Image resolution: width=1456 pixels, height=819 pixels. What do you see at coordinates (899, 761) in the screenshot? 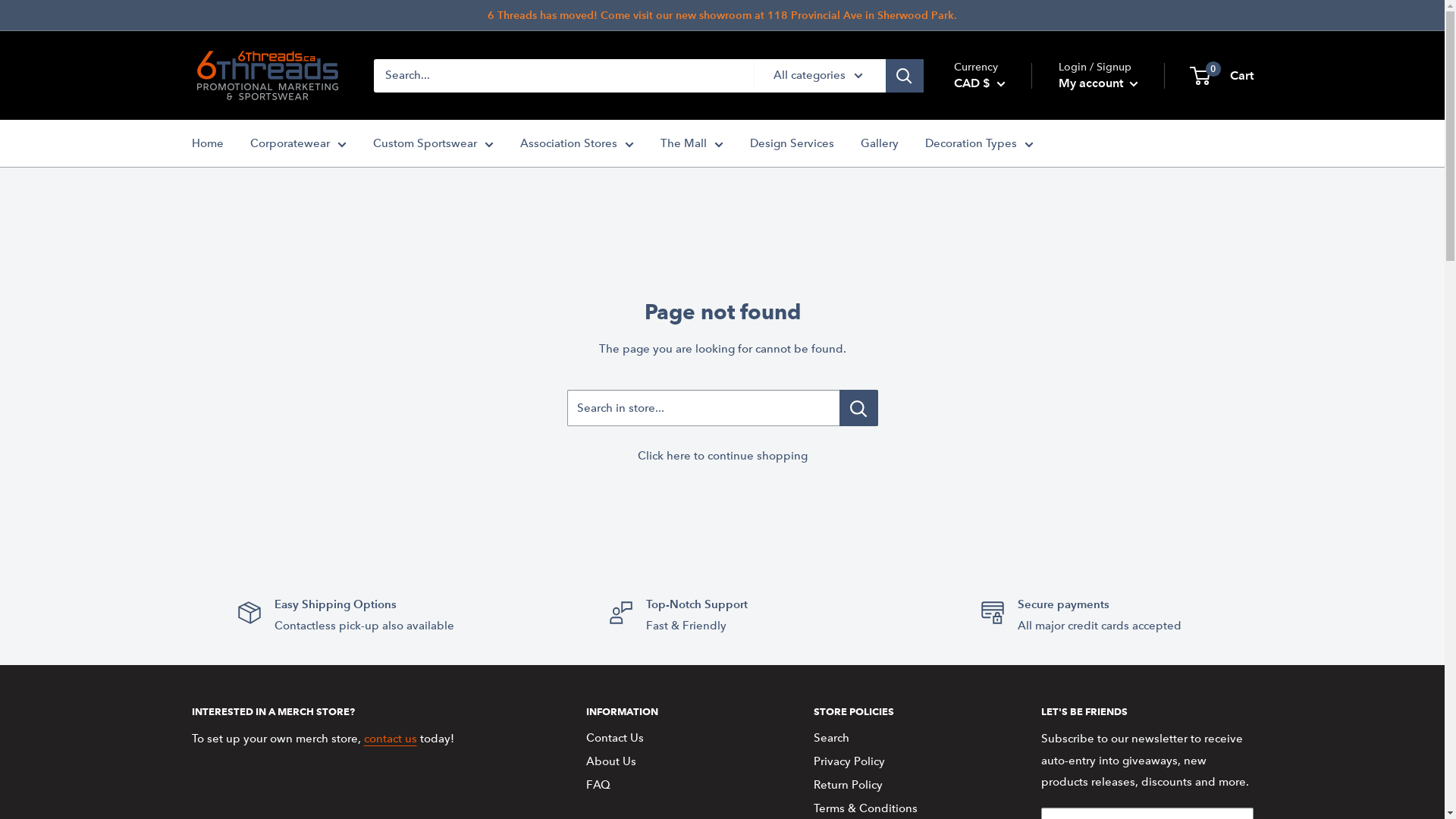
I see `'Privacy Policy'` at bounding box center [899, 761].